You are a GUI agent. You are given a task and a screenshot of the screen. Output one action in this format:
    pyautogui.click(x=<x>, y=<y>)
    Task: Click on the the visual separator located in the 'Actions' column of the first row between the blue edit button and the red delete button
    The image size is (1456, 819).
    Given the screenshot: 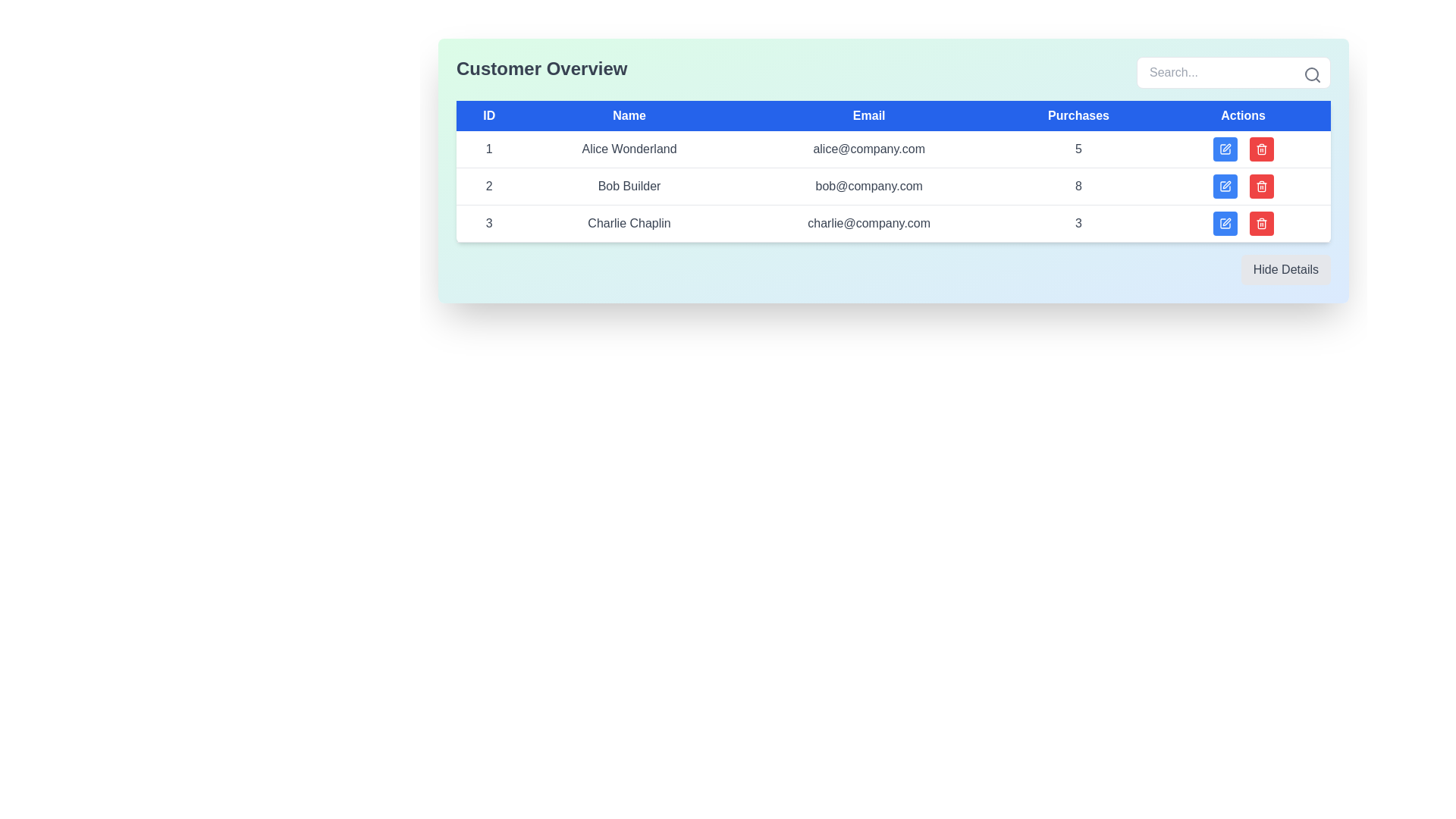 What is the action you would take?
    pyautogui.click(x=1243, y=149)
    